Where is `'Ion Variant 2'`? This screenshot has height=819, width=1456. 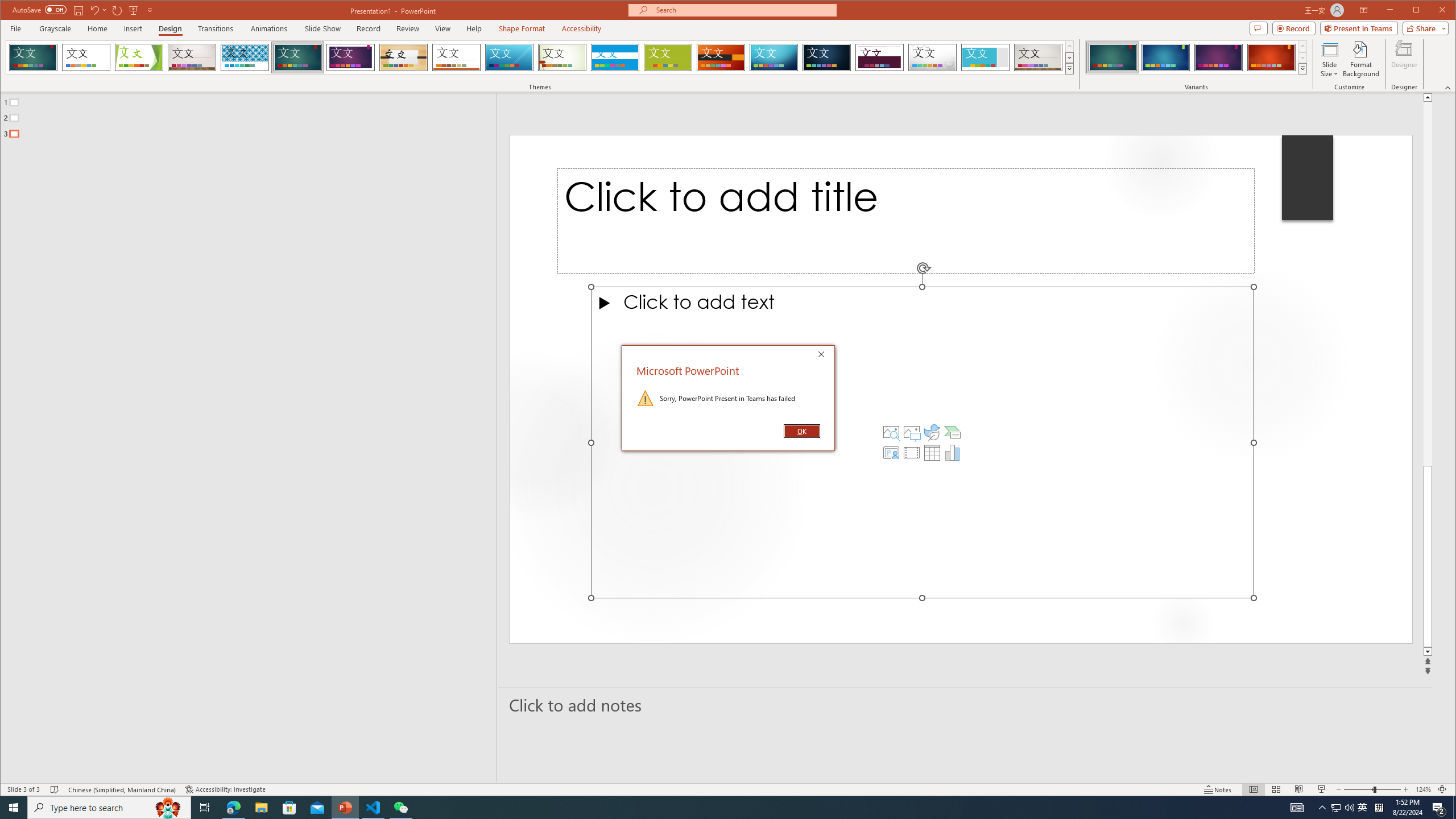 'Ion Variant 2' is located at coordinates (1165, 57).